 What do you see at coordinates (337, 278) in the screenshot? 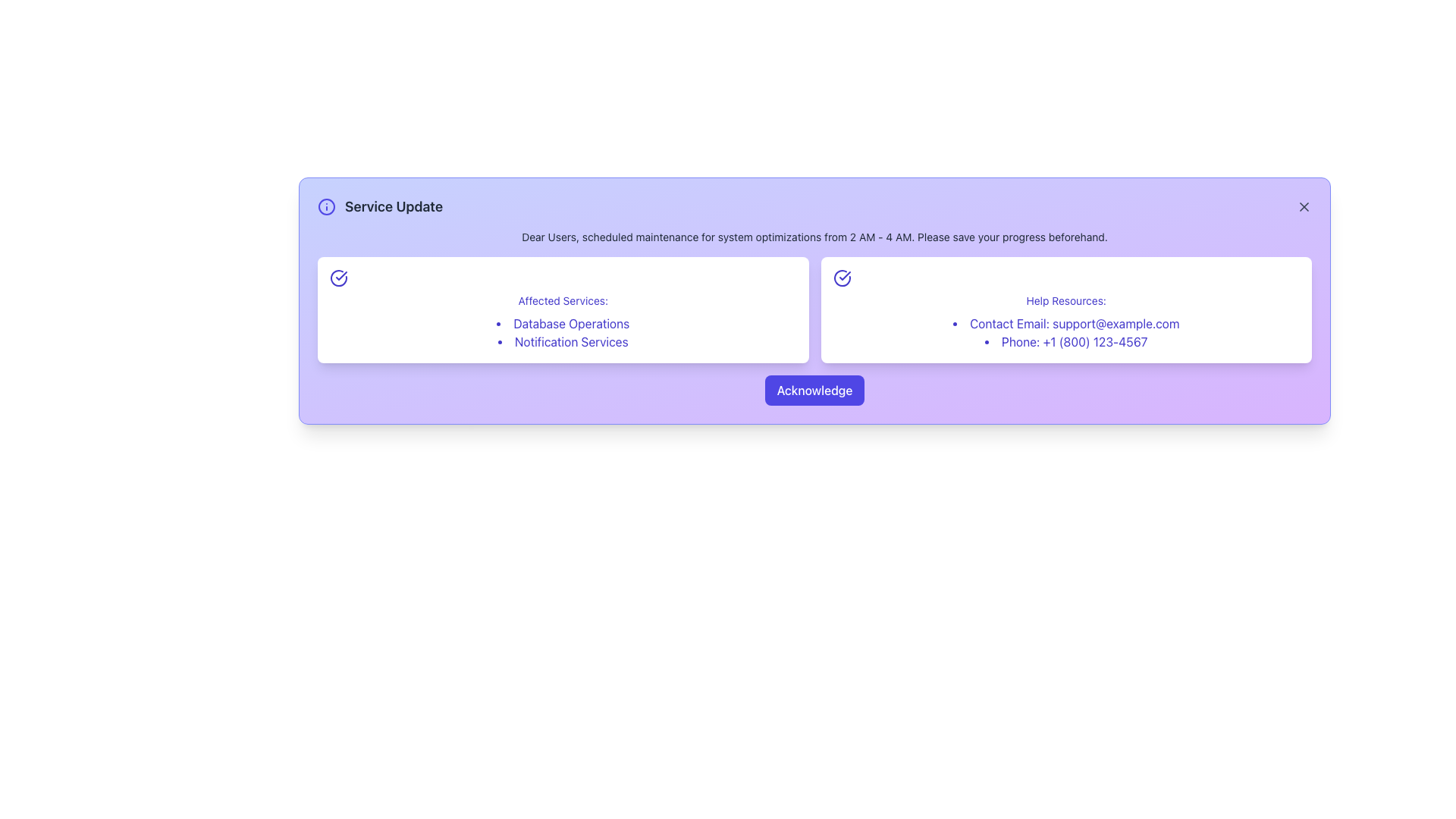
I see `the Icon component that visually represents a completed or confirmed action, located within a rectangular white card in a purple-themed modal box` at bounding box center [337, 278].